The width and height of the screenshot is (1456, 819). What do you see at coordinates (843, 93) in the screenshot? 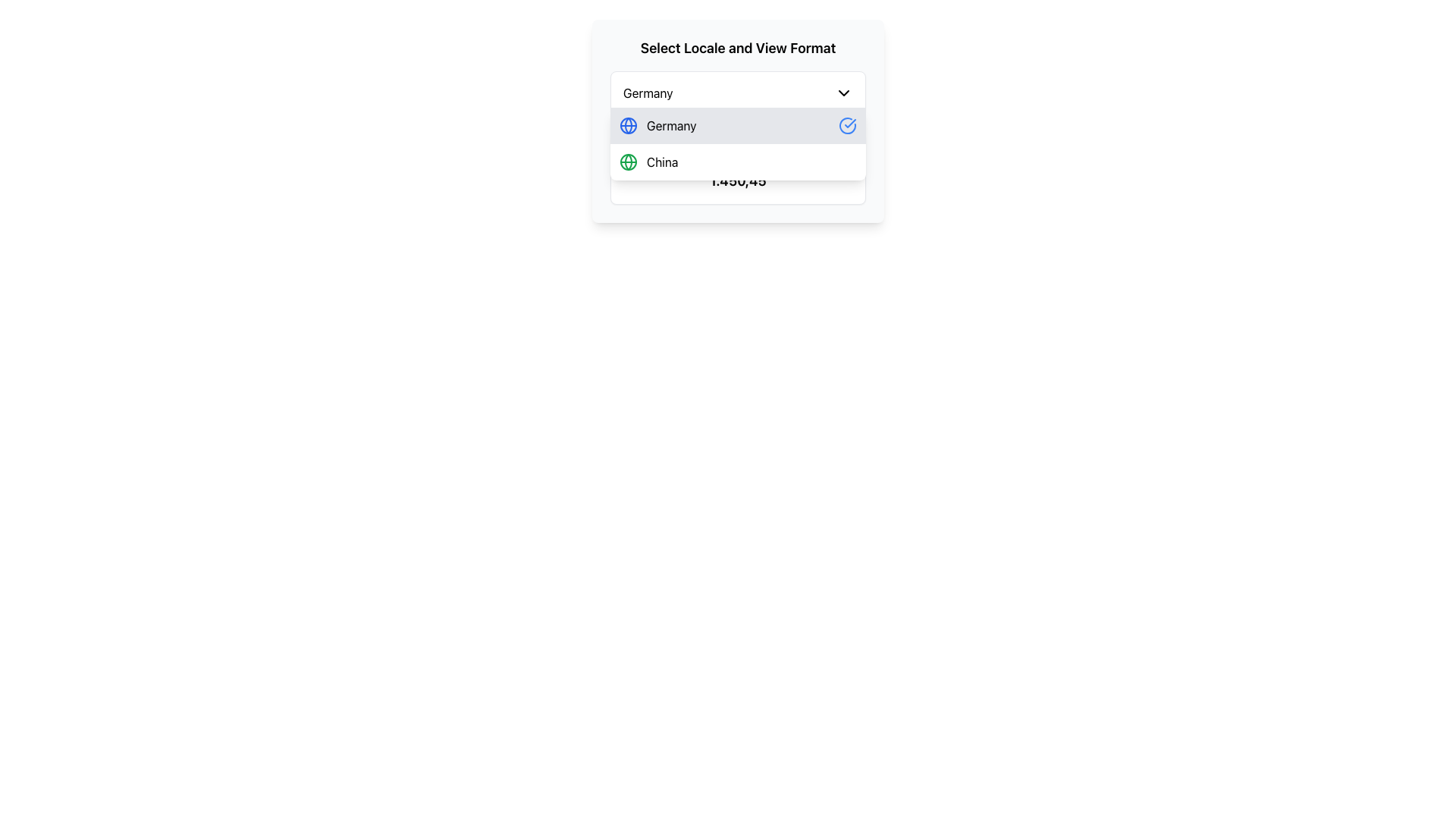
I see `the downward chevron-shaped icon located at the rightmost side of the button labeled 'Germany'` at bounding box center [843, 93].